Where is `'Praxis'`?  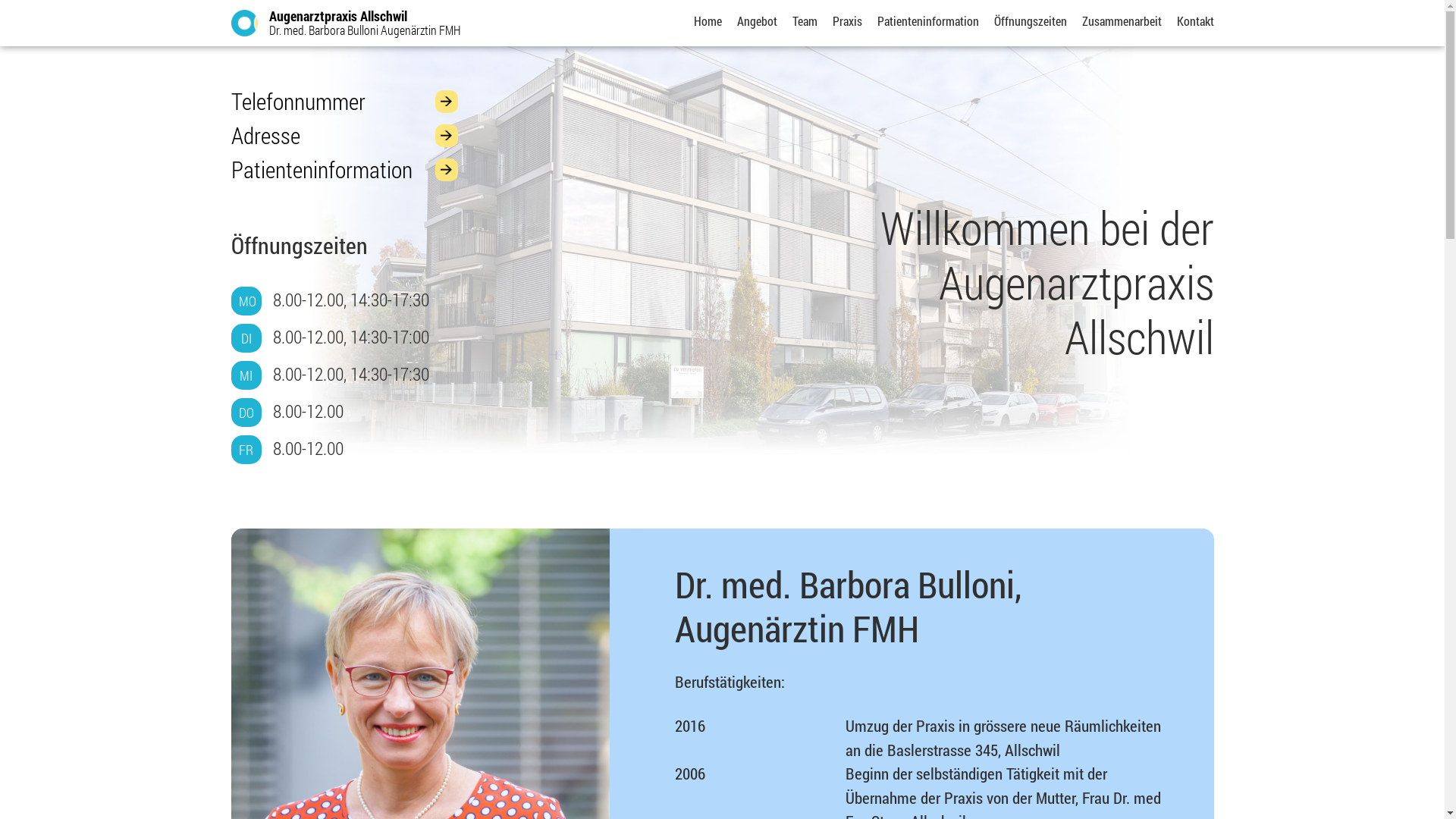 'Praxis' is located at coordinates (846, 20).